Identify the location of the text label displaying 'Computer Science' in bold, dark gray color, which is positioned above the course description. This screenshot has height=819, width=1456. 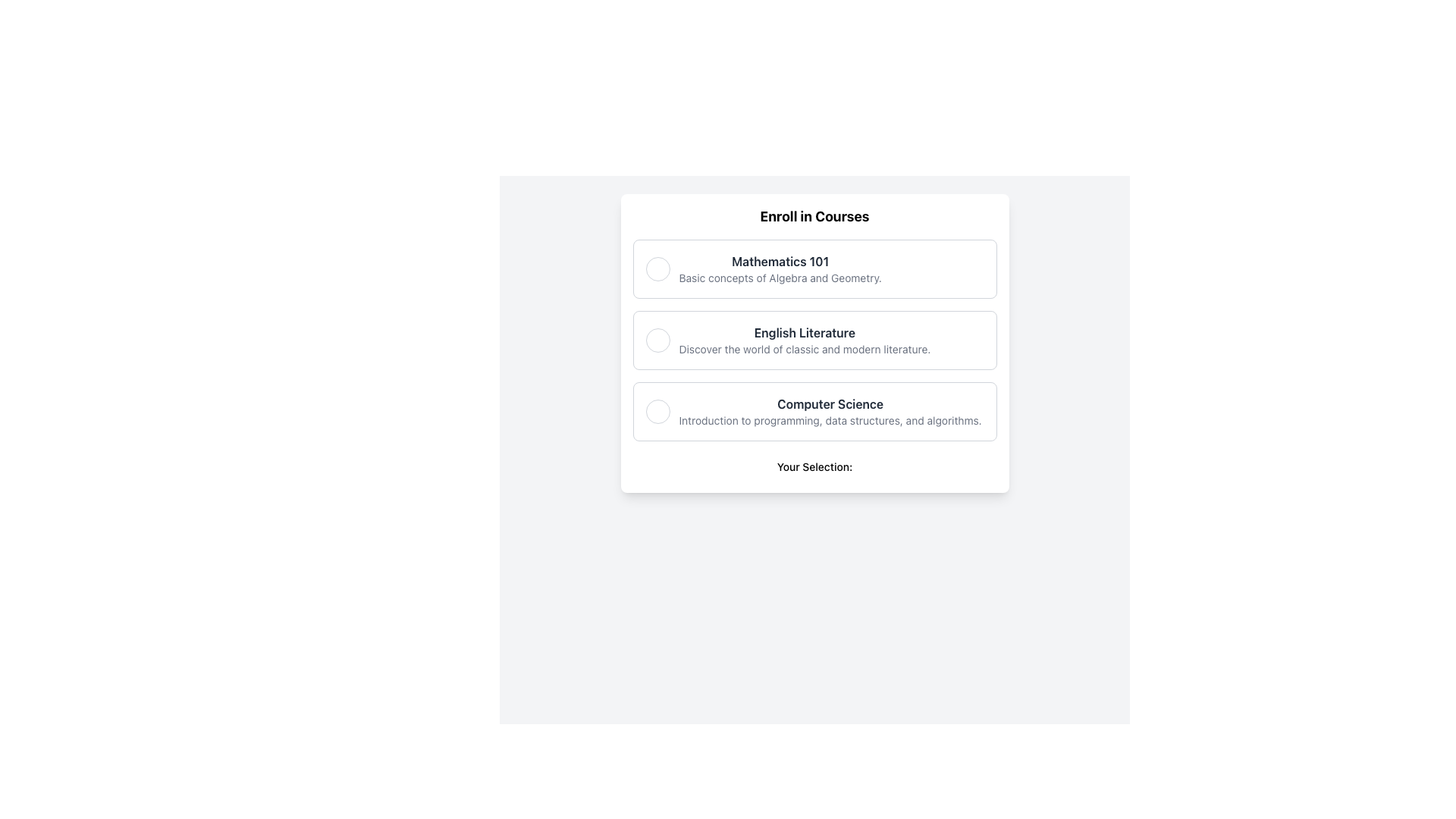
(830, 403).